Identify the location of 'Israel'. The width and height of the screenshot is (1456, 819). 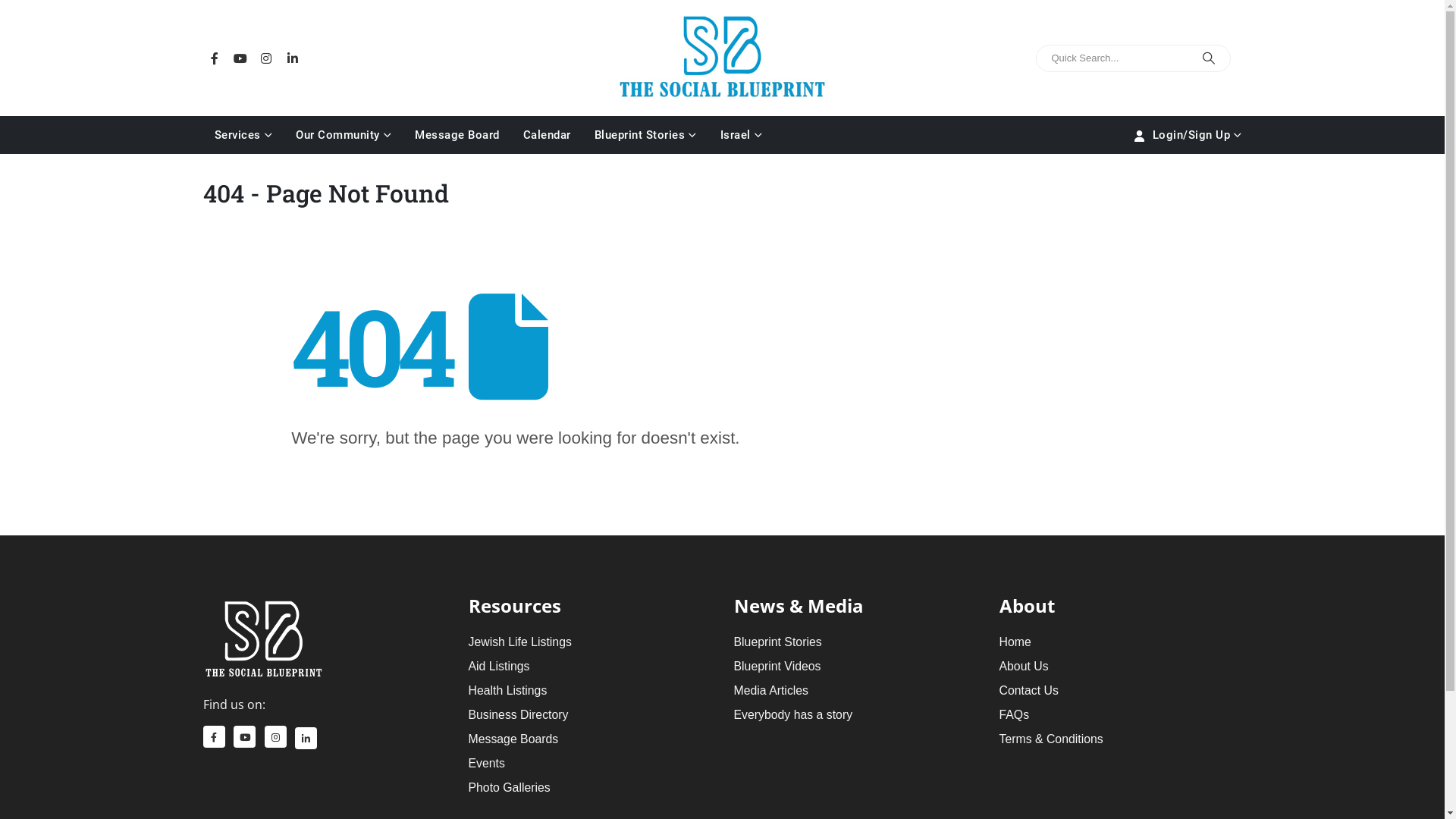
(708, 133).